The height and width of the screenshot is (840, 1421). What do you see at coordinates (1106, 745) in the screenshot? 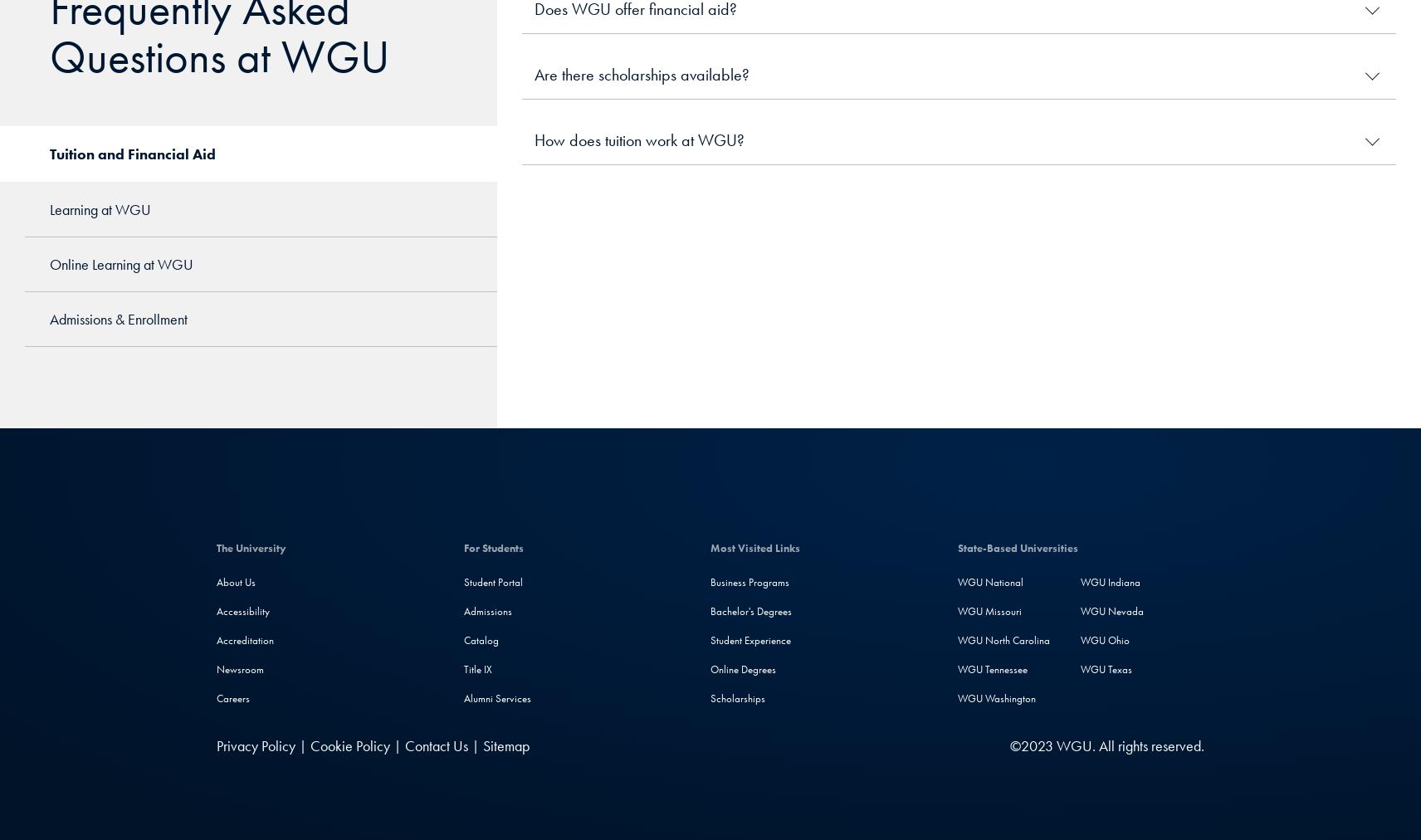
I see `'©2023 WGU. All rights reserved.'` at bounding box center [1106, 745].